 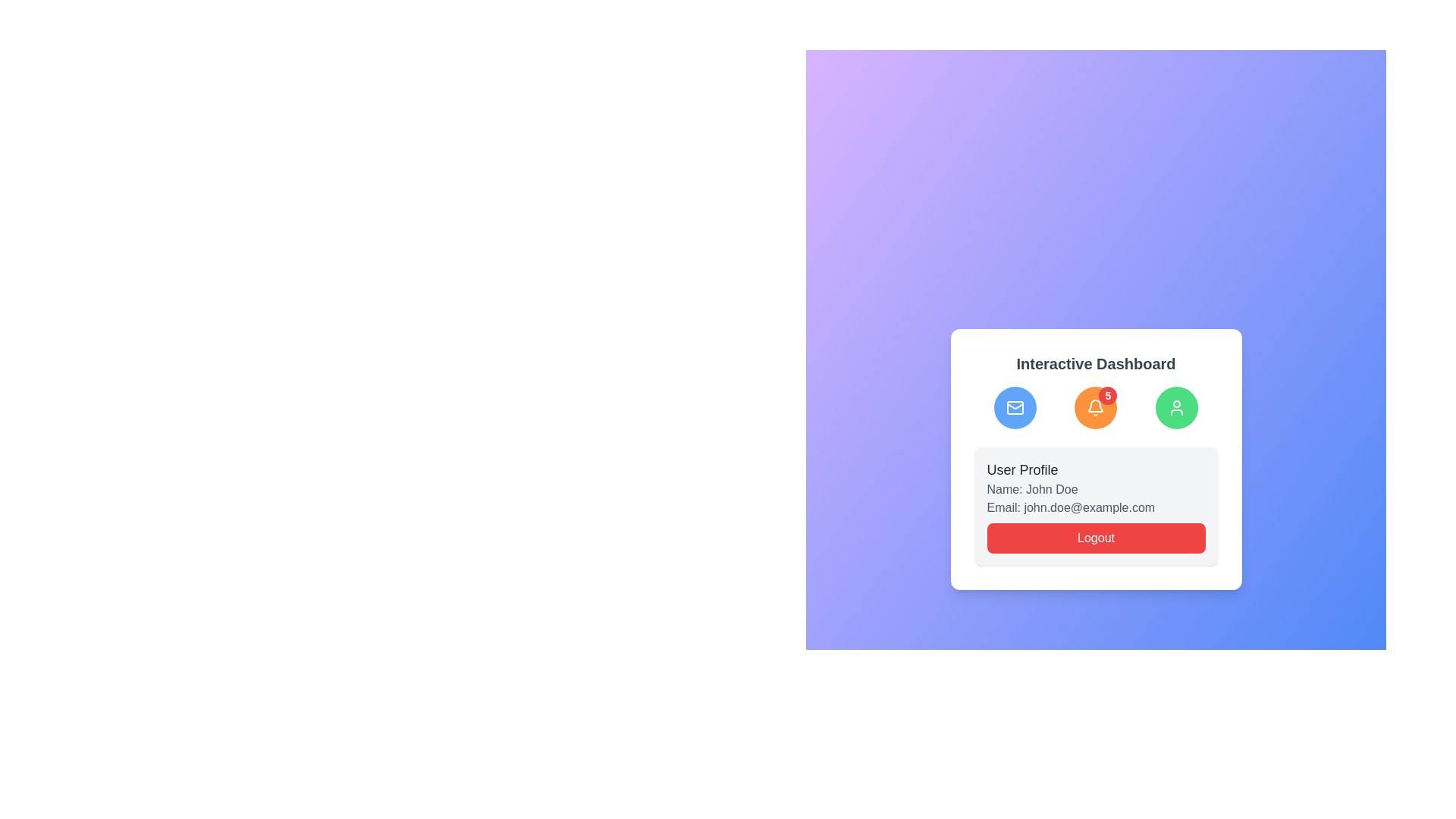 I want to click on the 'Increase Emails' button with an envelope icon, which is the leftmost button in a horizontal row of three buttons, so click(x=1015, y=406).